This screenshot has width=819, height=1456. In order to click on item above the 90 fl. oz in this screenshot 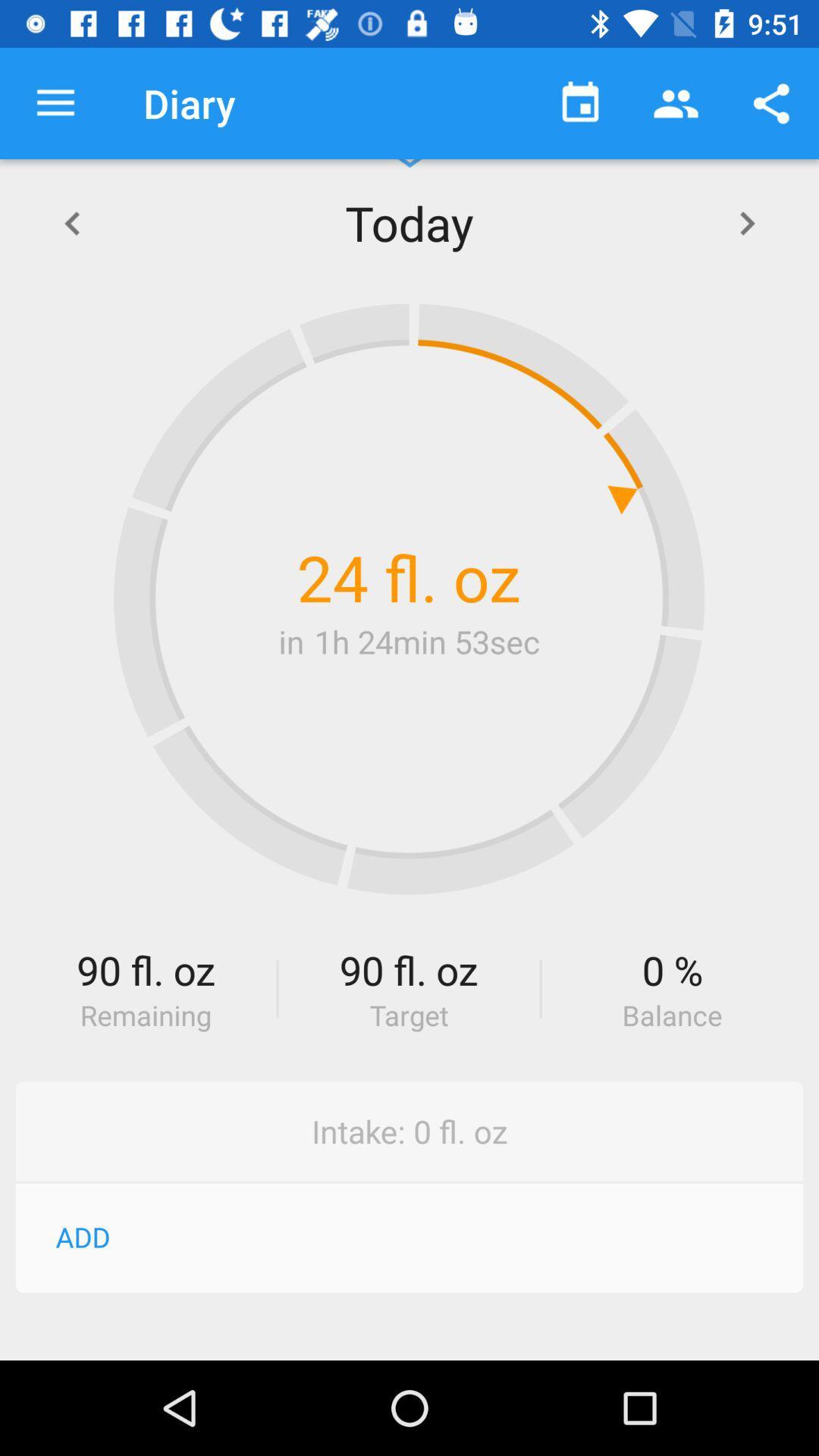, I will do `click(408, 598)`.